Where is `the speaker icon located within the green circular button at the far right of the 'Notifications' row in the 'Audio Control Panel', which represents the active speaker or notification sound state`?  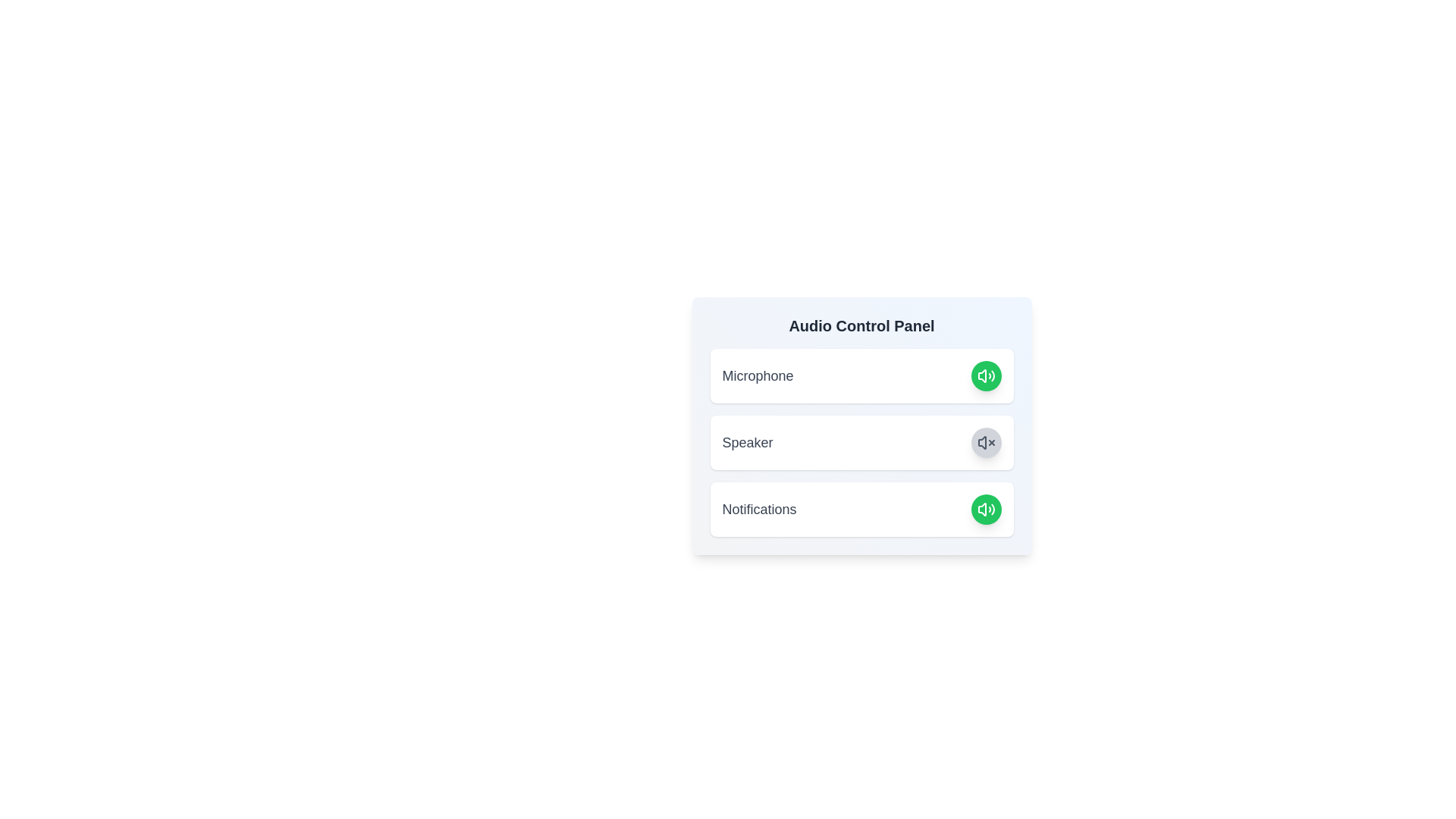 the speaker icon located within the green circular button at the far right of the 'Notifications' row in the 'Audio Control Panel', which represents the active speaker or notification sound state is located at coordinates (986, 375).